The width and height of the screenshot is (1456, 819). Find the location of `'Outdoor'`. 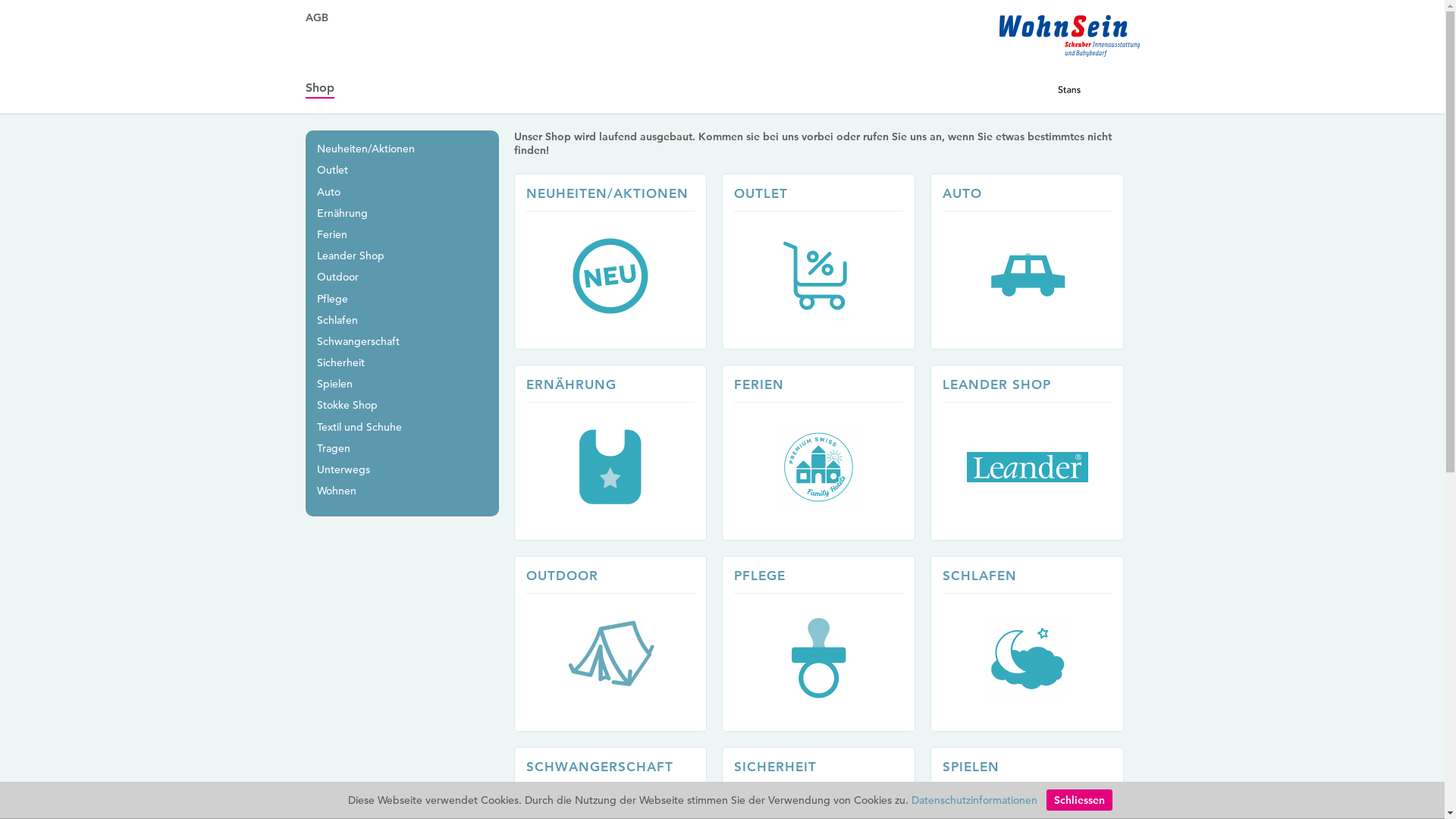

'Outdoor' is located at coordinates (337, 277).